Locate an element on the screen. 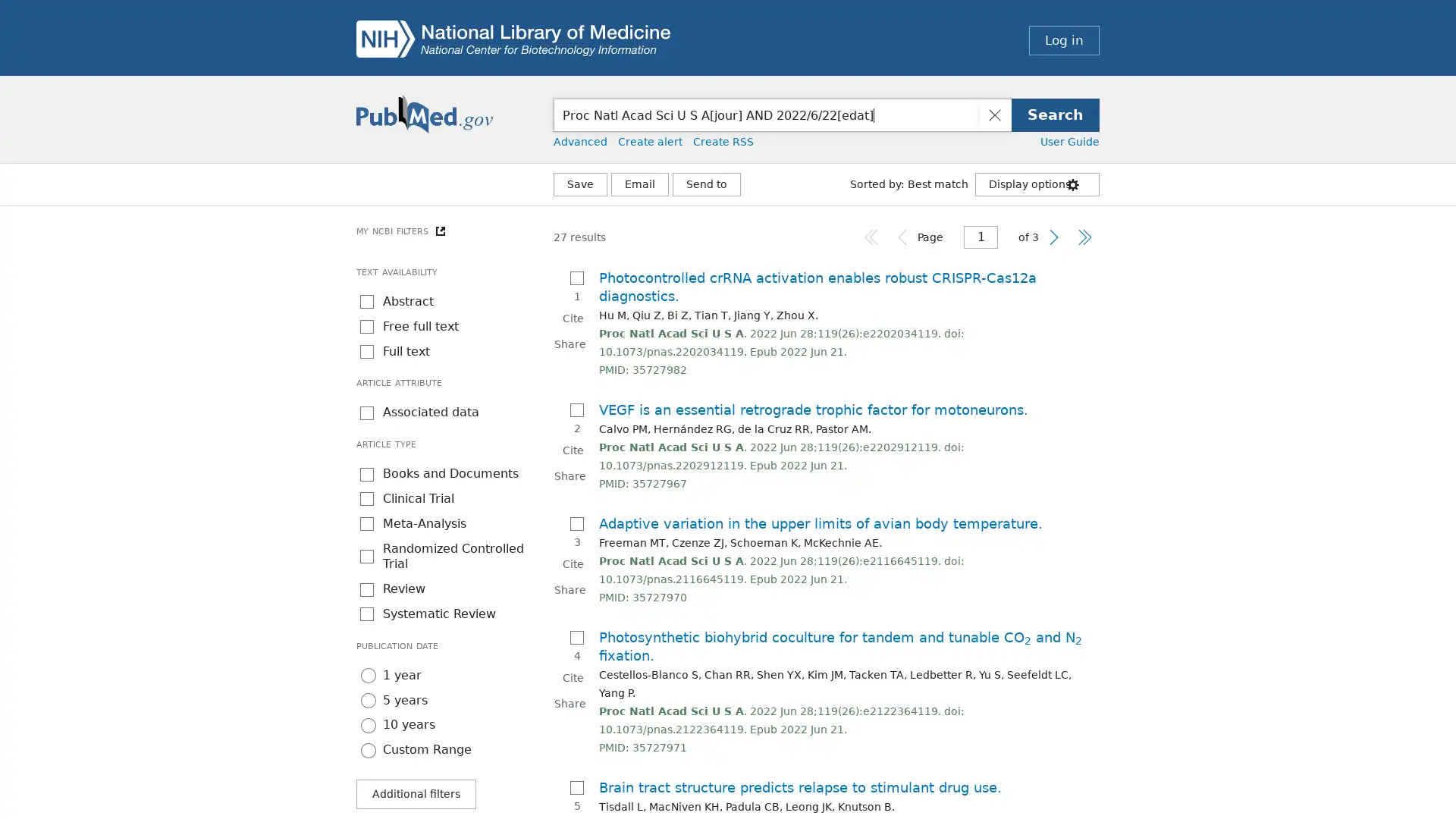 The height and width of the screenshot is (819, 1456). Display options is located at coordinates (1037, 184).